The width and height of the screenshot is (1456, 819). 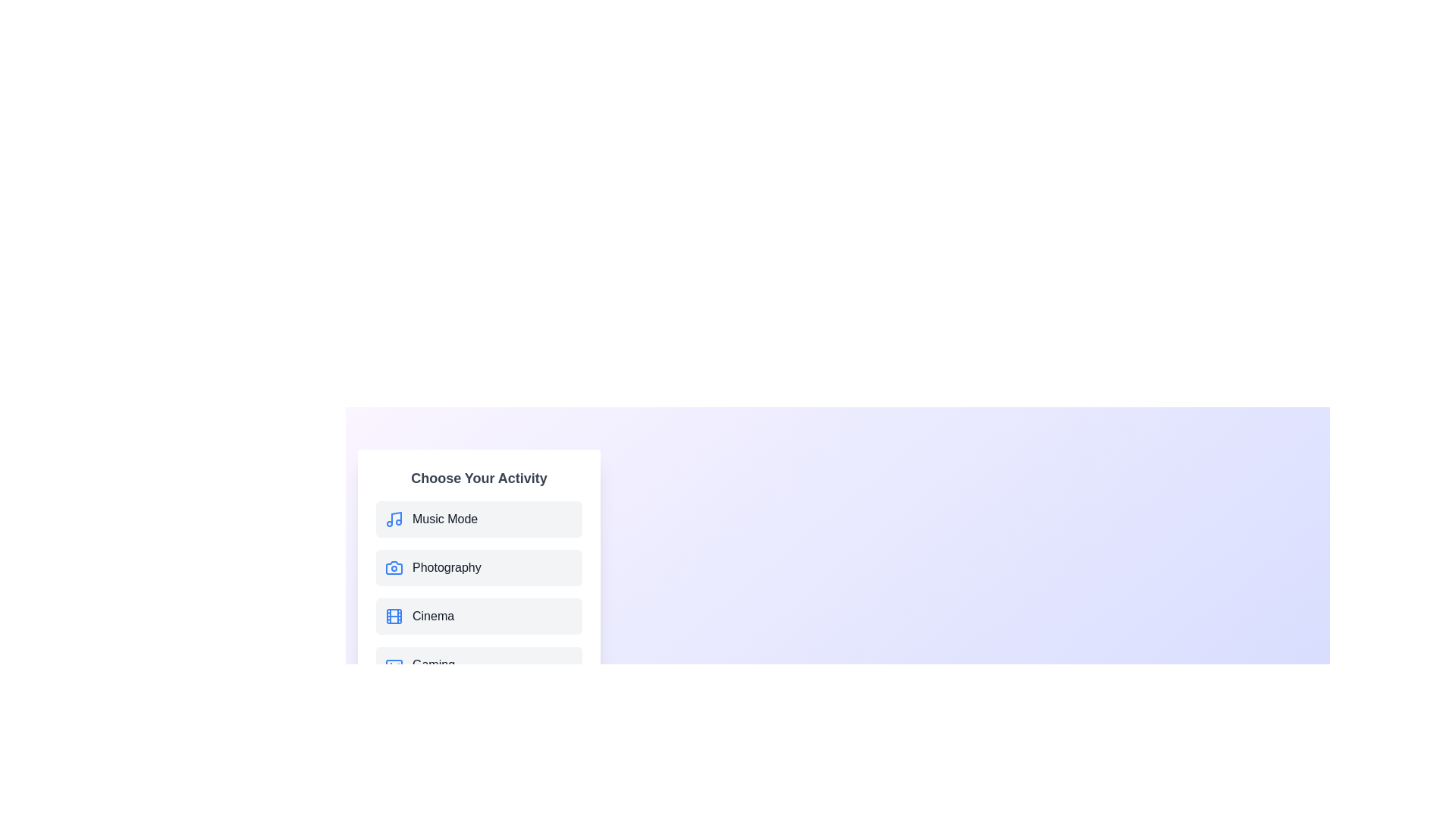 What do you see at coordinates (479, 664) in the screenshot?
I see `the menu item labeled Gaming to observe its hover effect` at bounding box center [479, 664].